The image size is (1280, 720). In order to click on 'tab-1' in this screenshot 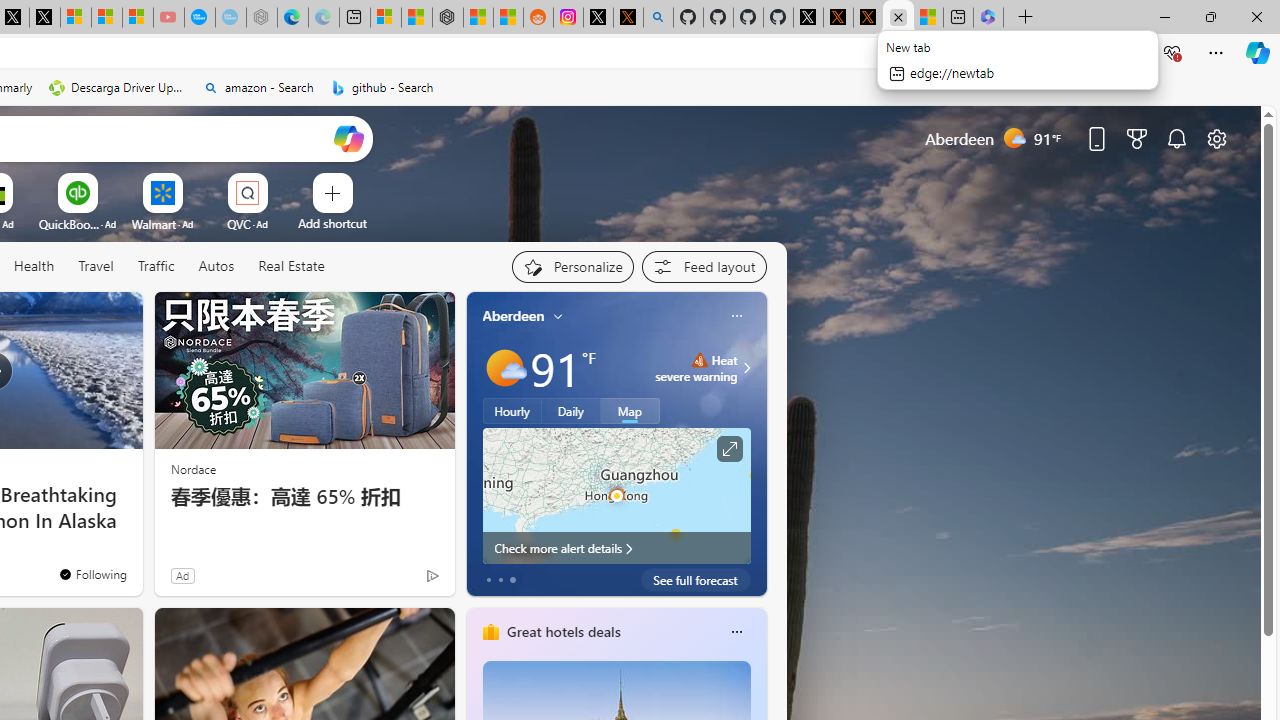, I will do `click(500, 579)`.